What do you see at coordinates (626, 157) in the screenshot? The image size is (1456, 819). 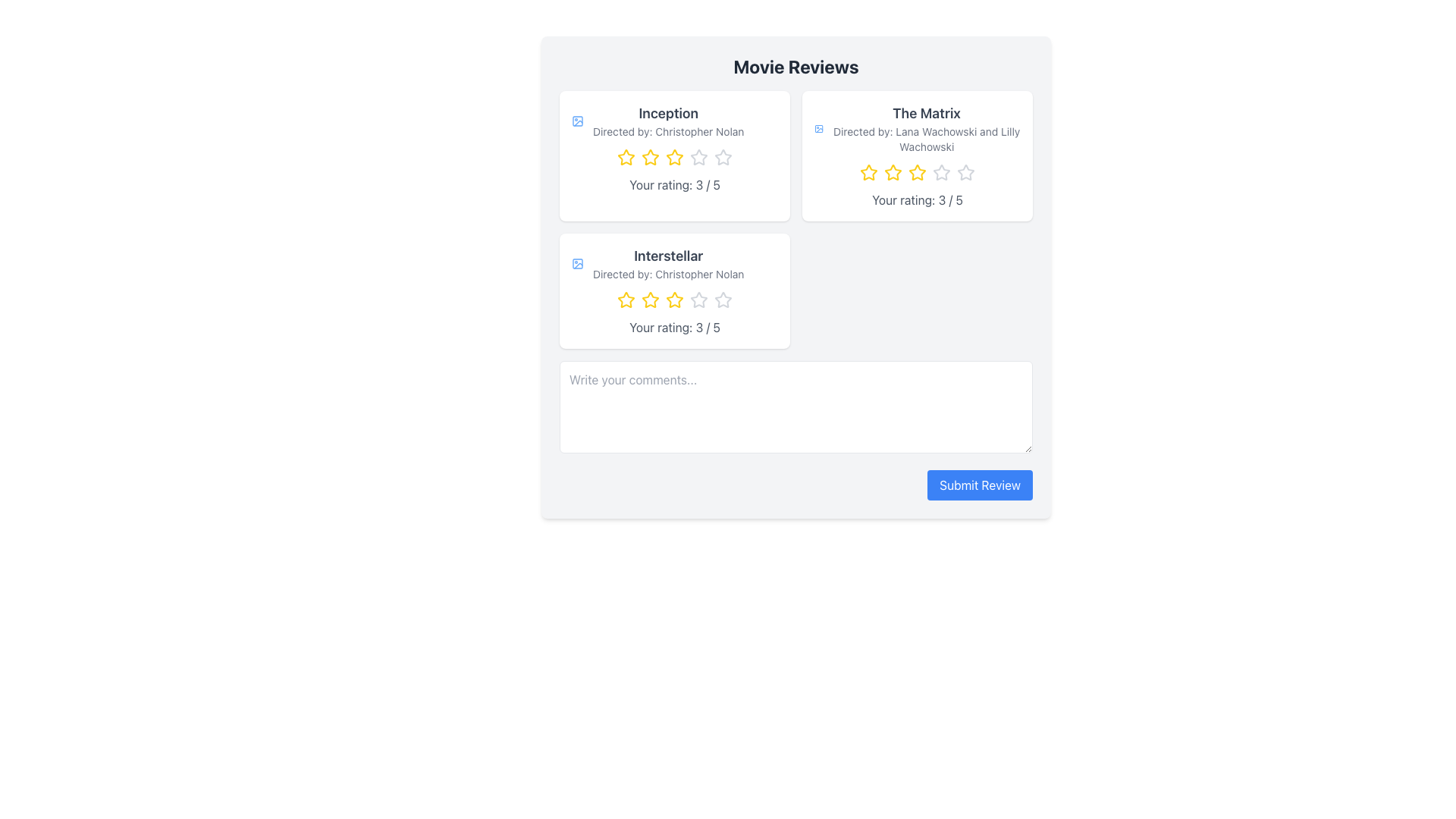 I see `the first star in the rating component for the movie 'Inception'` at bounding box center [626, 157].